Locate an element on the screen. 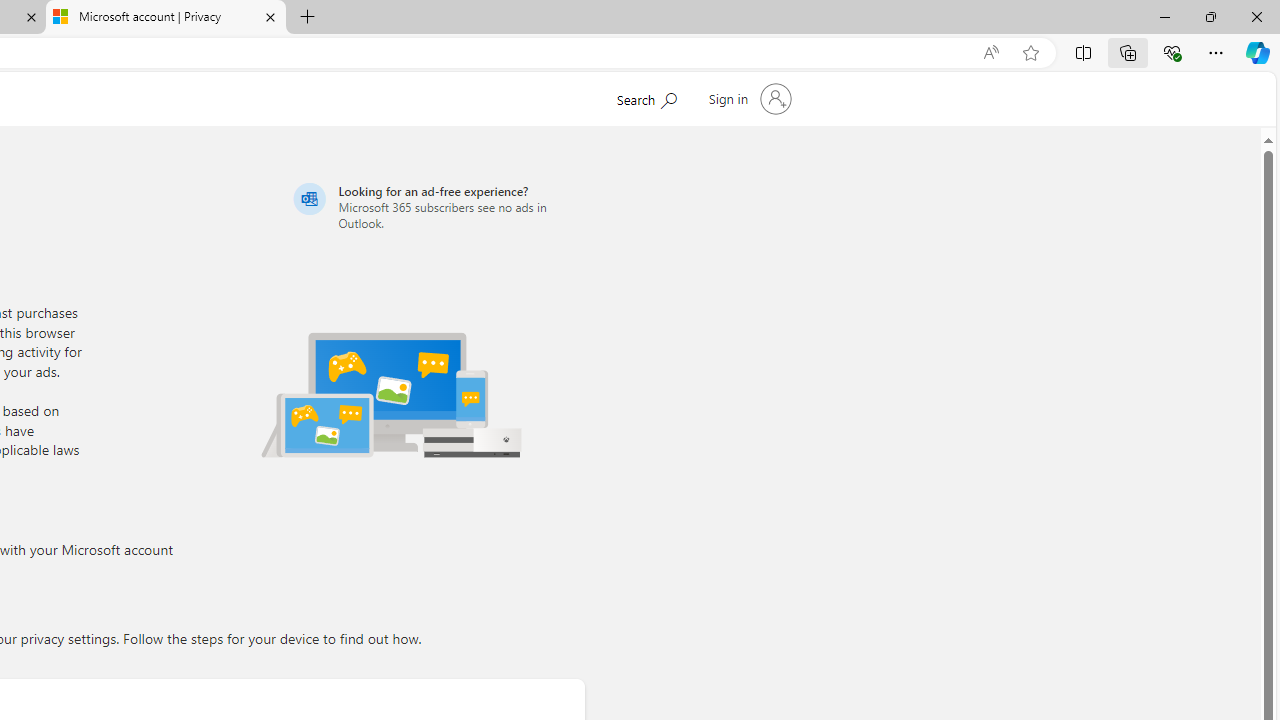  'Looking for an ad-free experience?' is located at coordinates (435, 206).